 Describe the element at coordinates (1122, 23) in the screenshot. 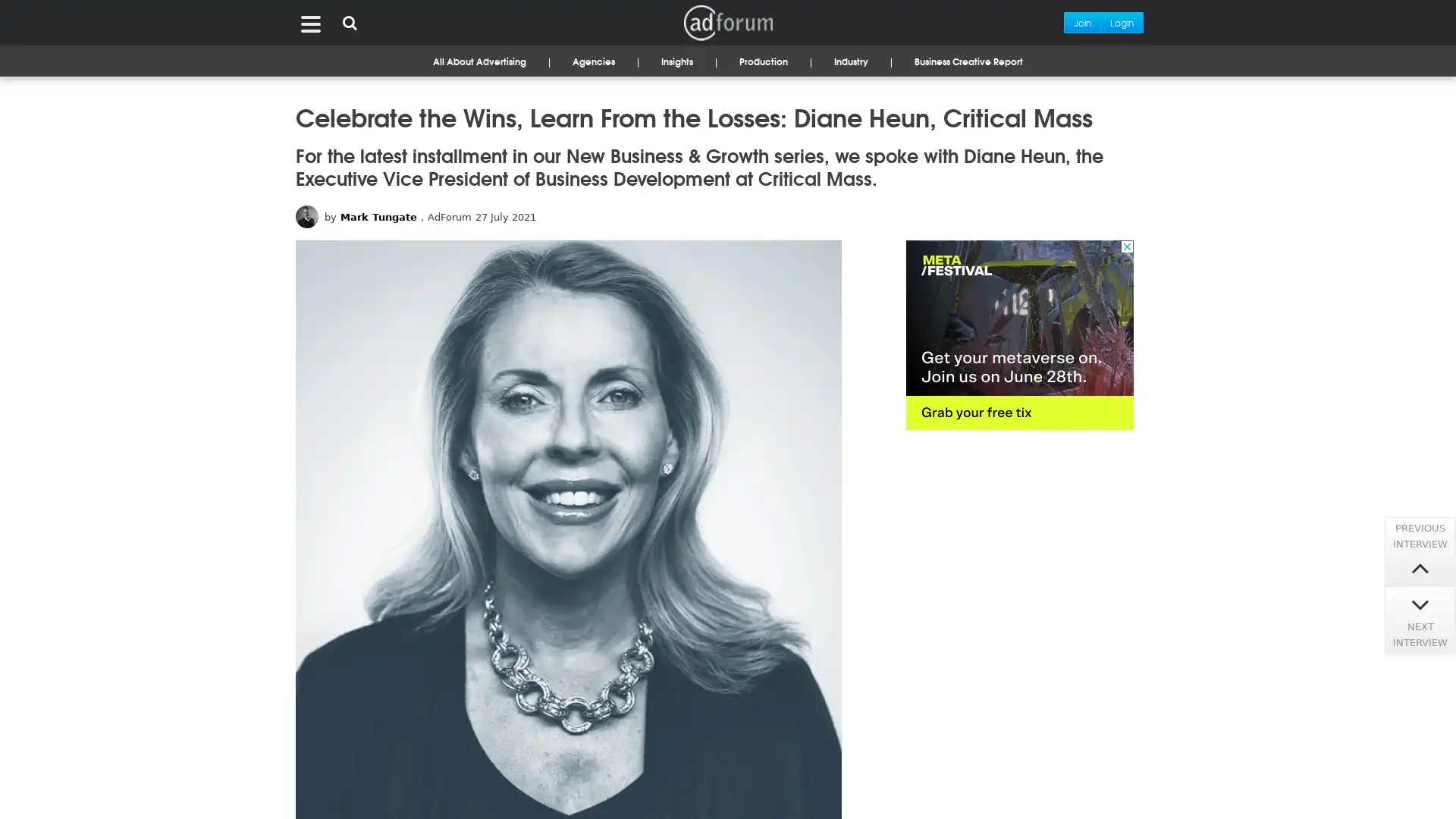

I see `Login` at that location.